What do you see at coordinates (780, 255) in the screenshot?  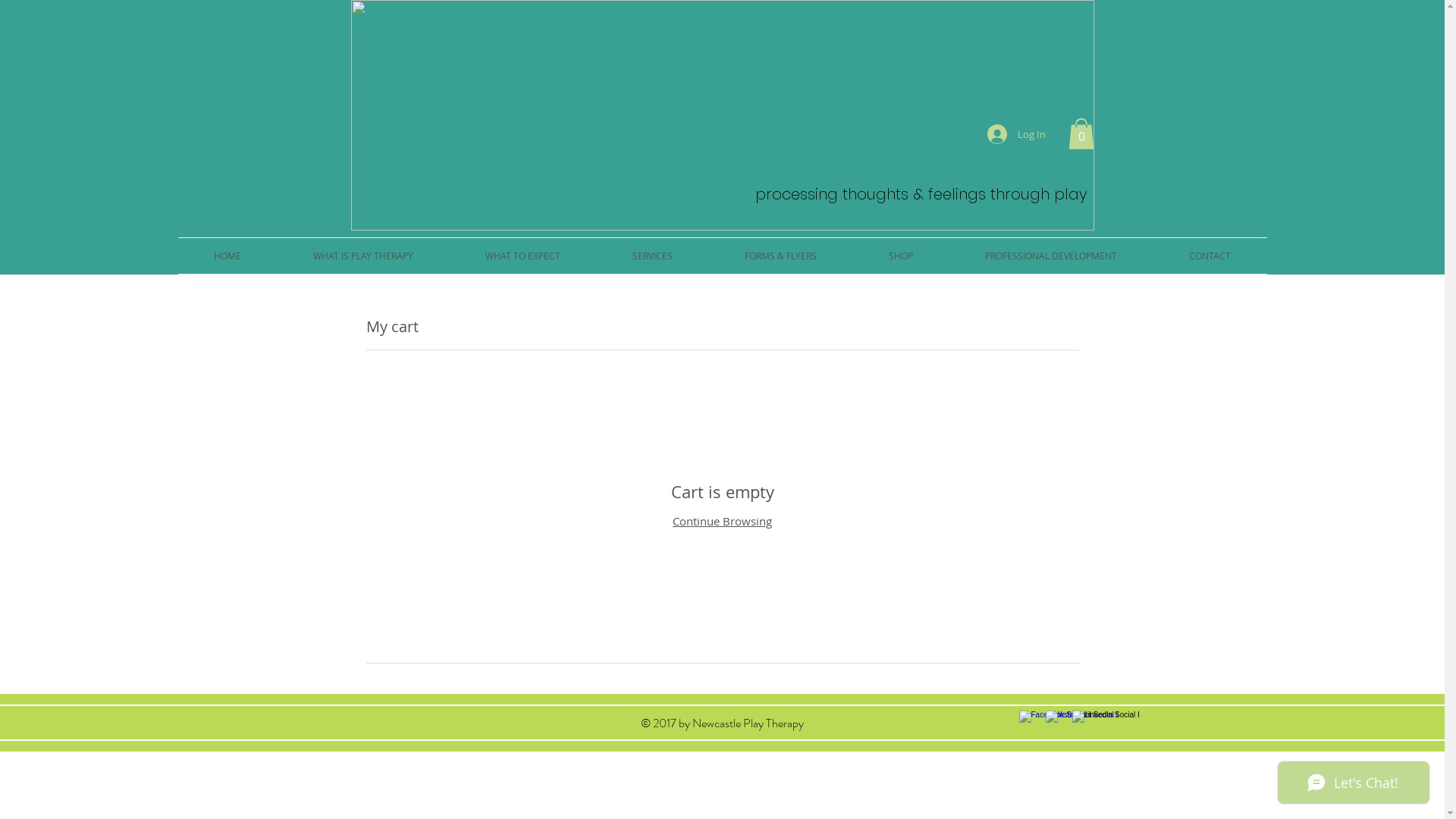 I see `'FORMS & FLYERS'` at bounding box center [780, 255].